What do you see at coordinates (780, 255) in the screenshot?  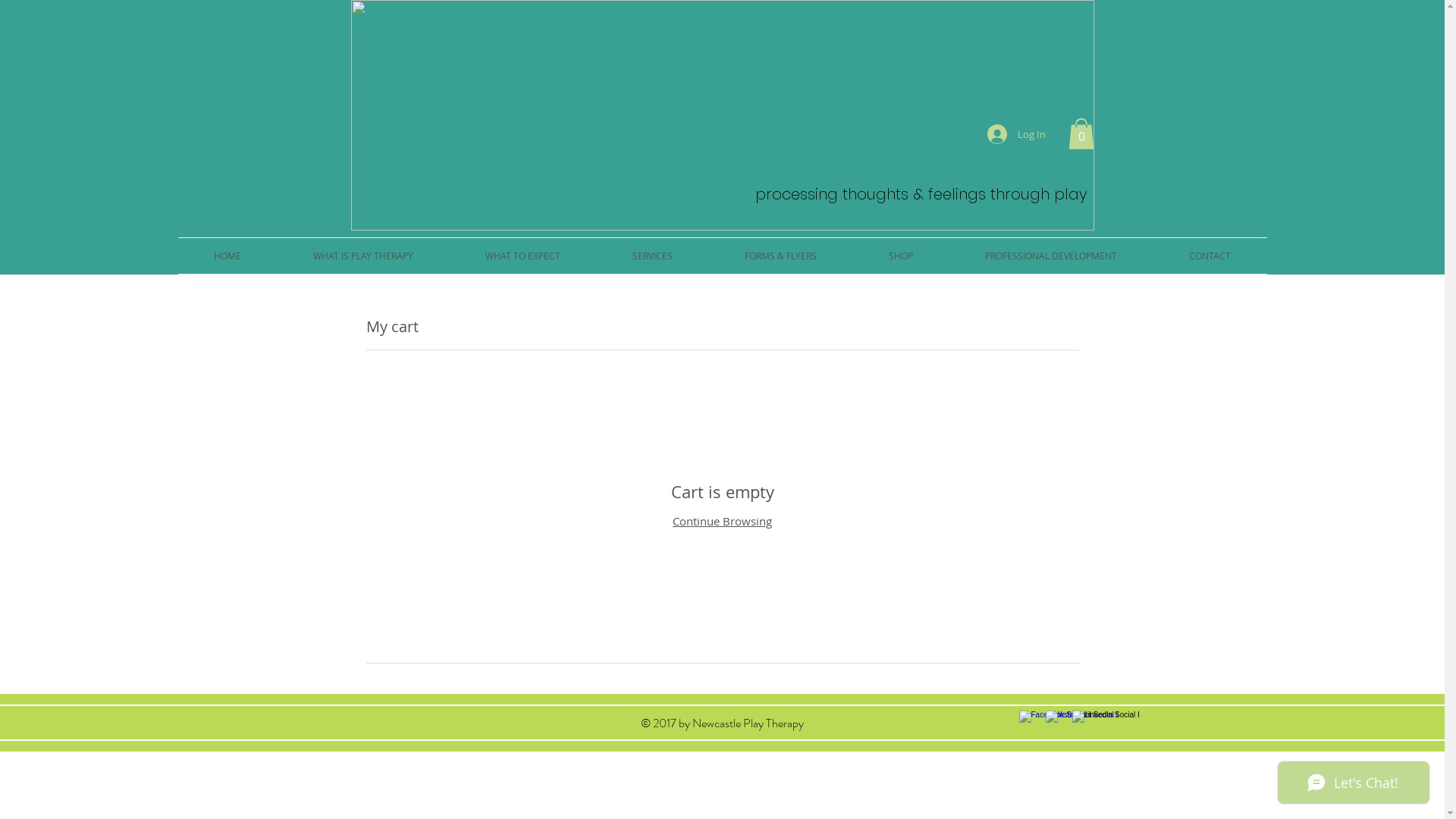 I see `'FORMS & FLYERS'` at bounding box center [780, 255].